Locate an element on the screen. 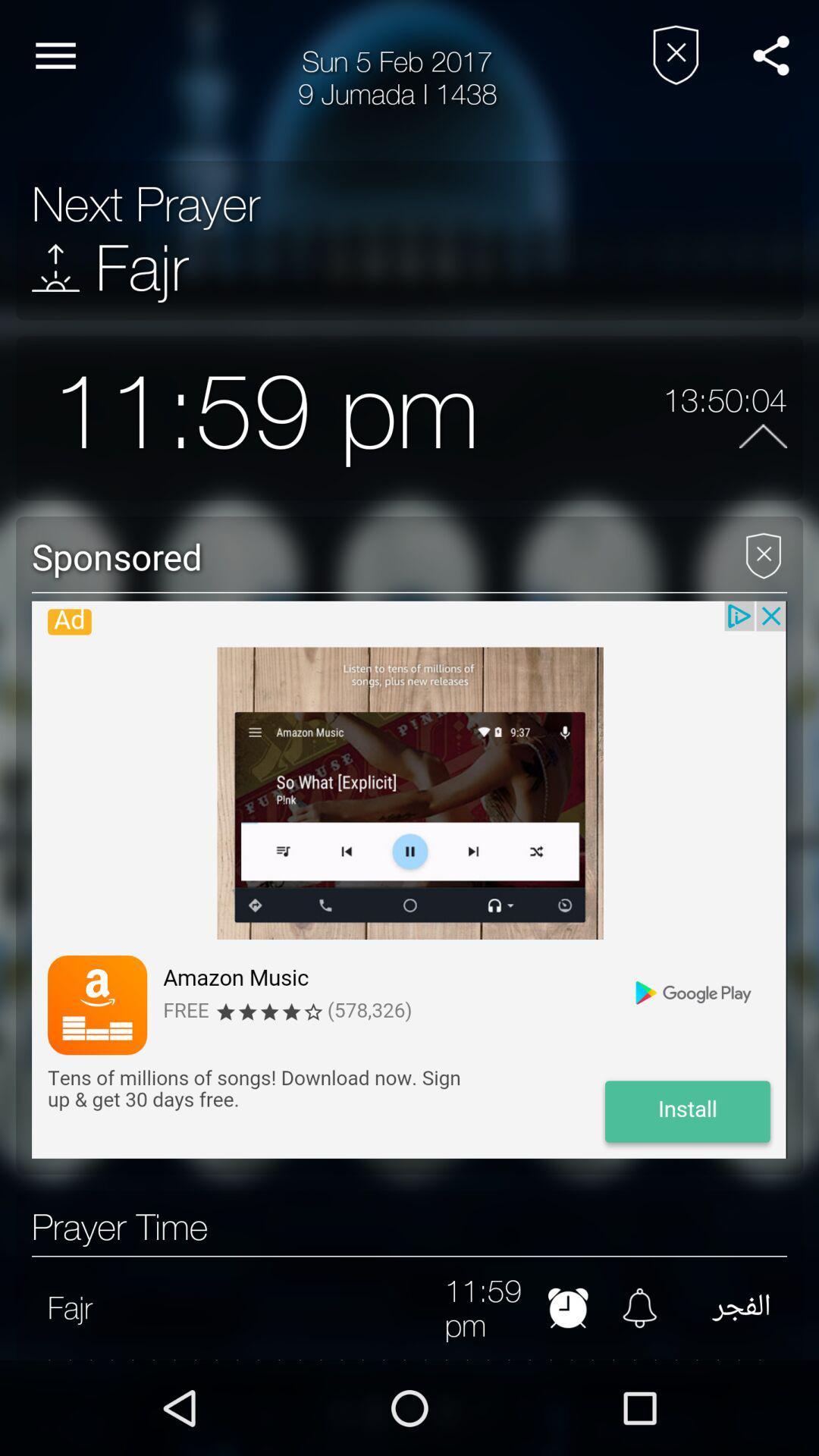 The image size is (819, 1456). the icon next to the 13:50:04 item is located at coordinates (571, 418).